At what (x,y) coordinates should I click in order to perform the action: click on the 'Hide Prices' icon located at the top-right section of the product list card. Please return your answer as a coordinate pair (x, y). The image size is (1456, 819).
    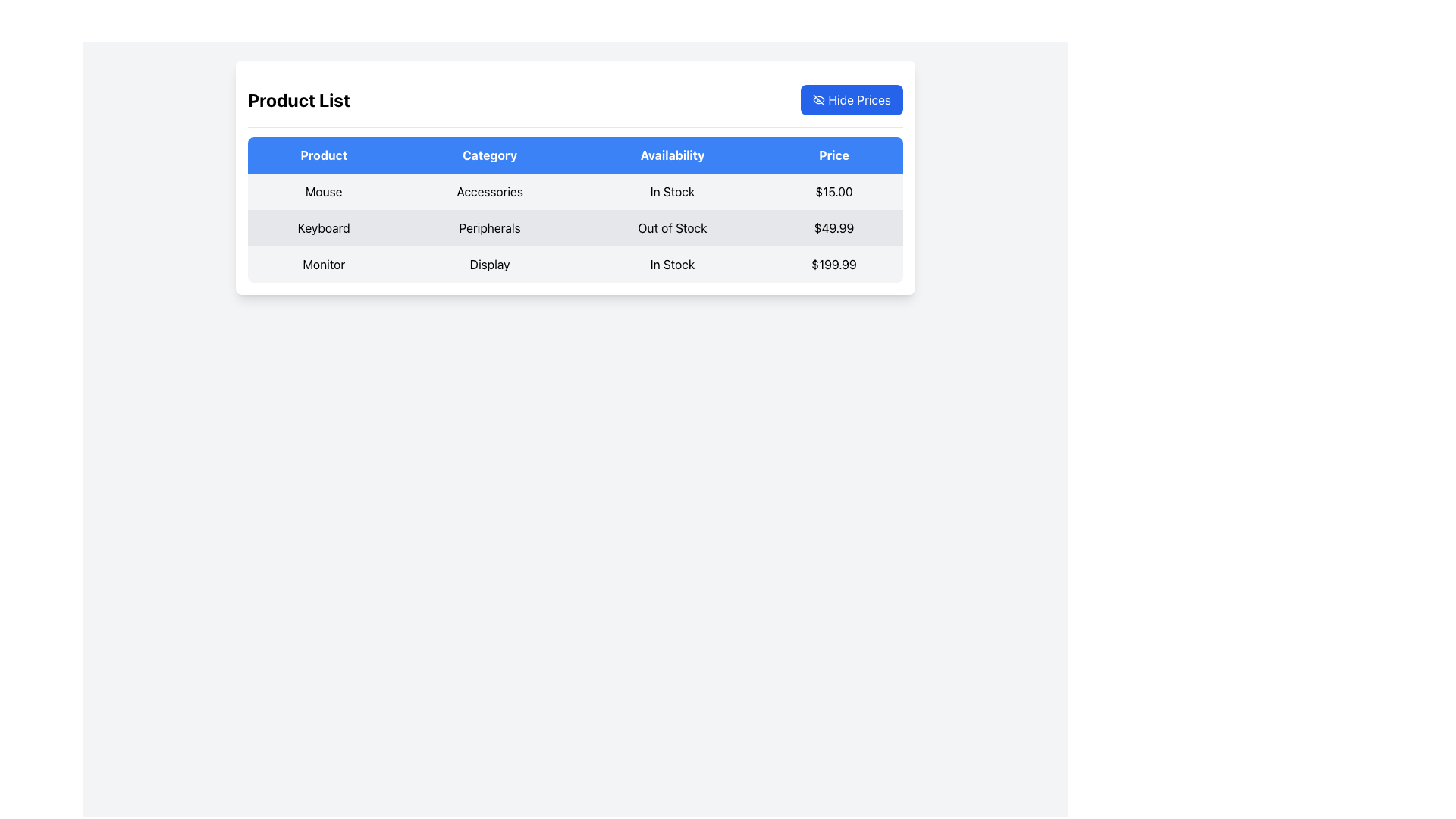
    Looking at the image, I should click on (818, 99).